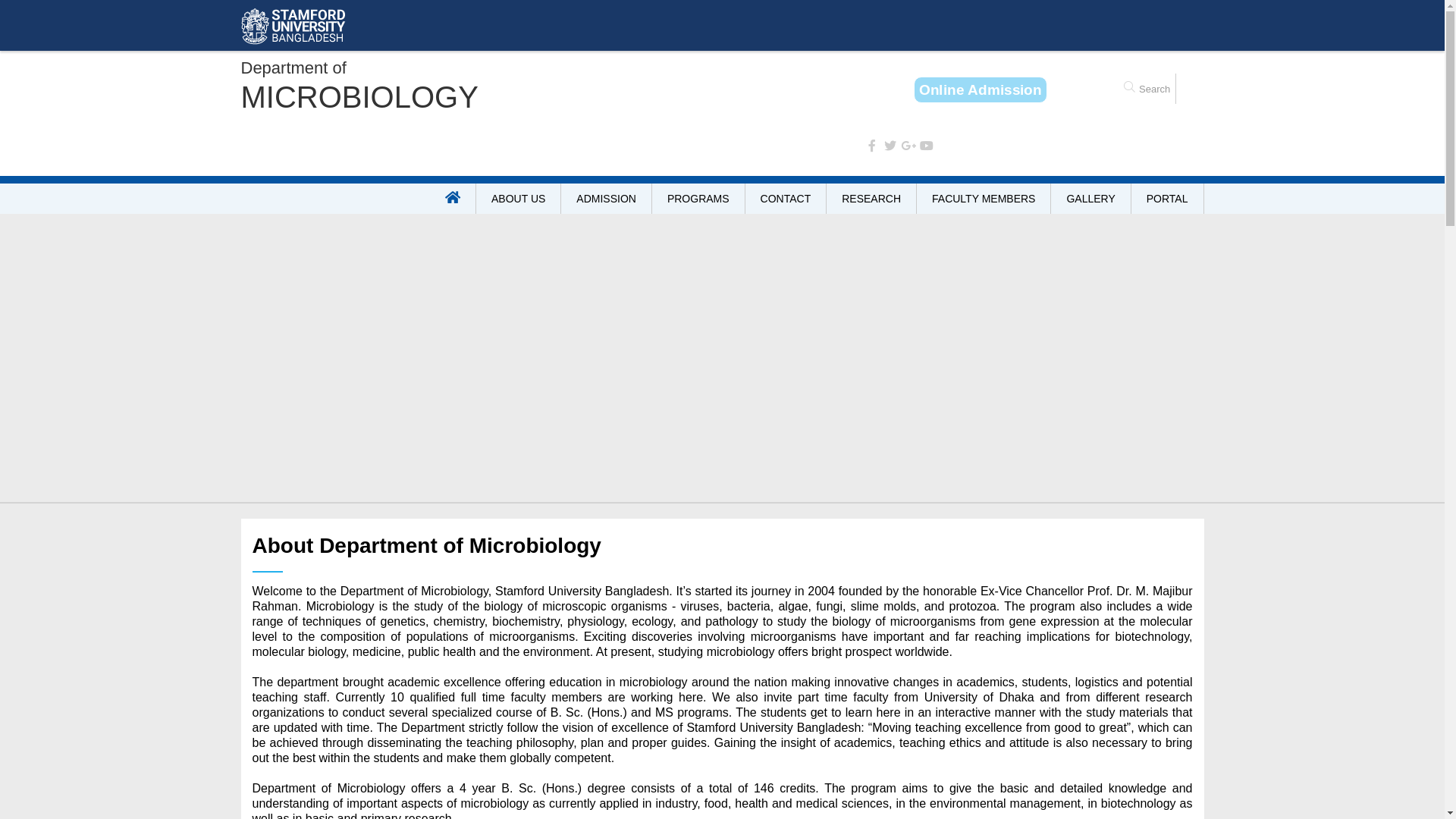 The width and height of the screenshot is (1456, 819). Describe the element at coordinates (871, 198) in the screenshot. I see `'RESEARCH'` at that location.